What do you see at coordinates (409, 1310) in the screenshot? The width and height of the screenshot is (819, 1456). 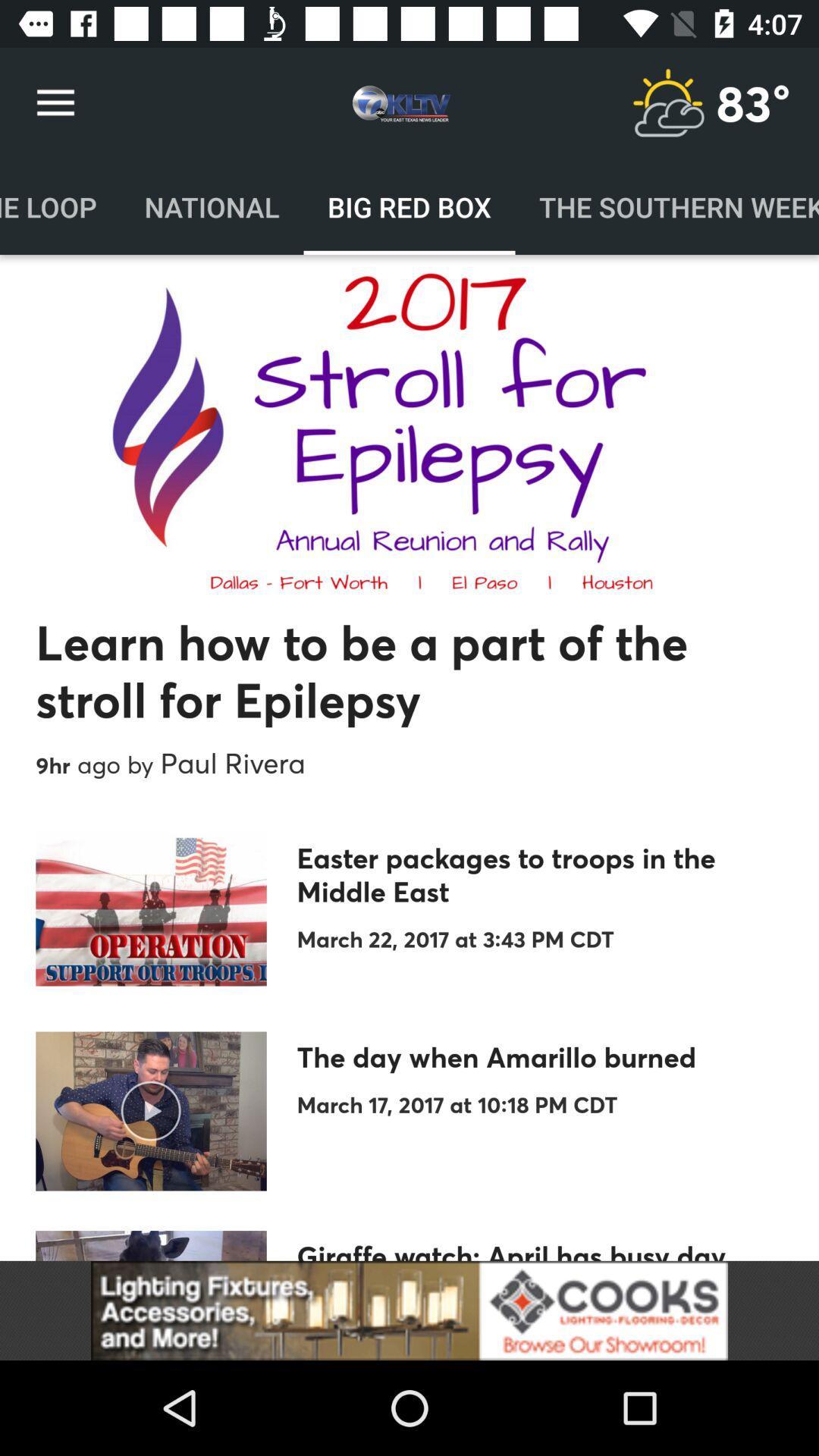 I see `advertisement link` at bounding box center [409, 1310].